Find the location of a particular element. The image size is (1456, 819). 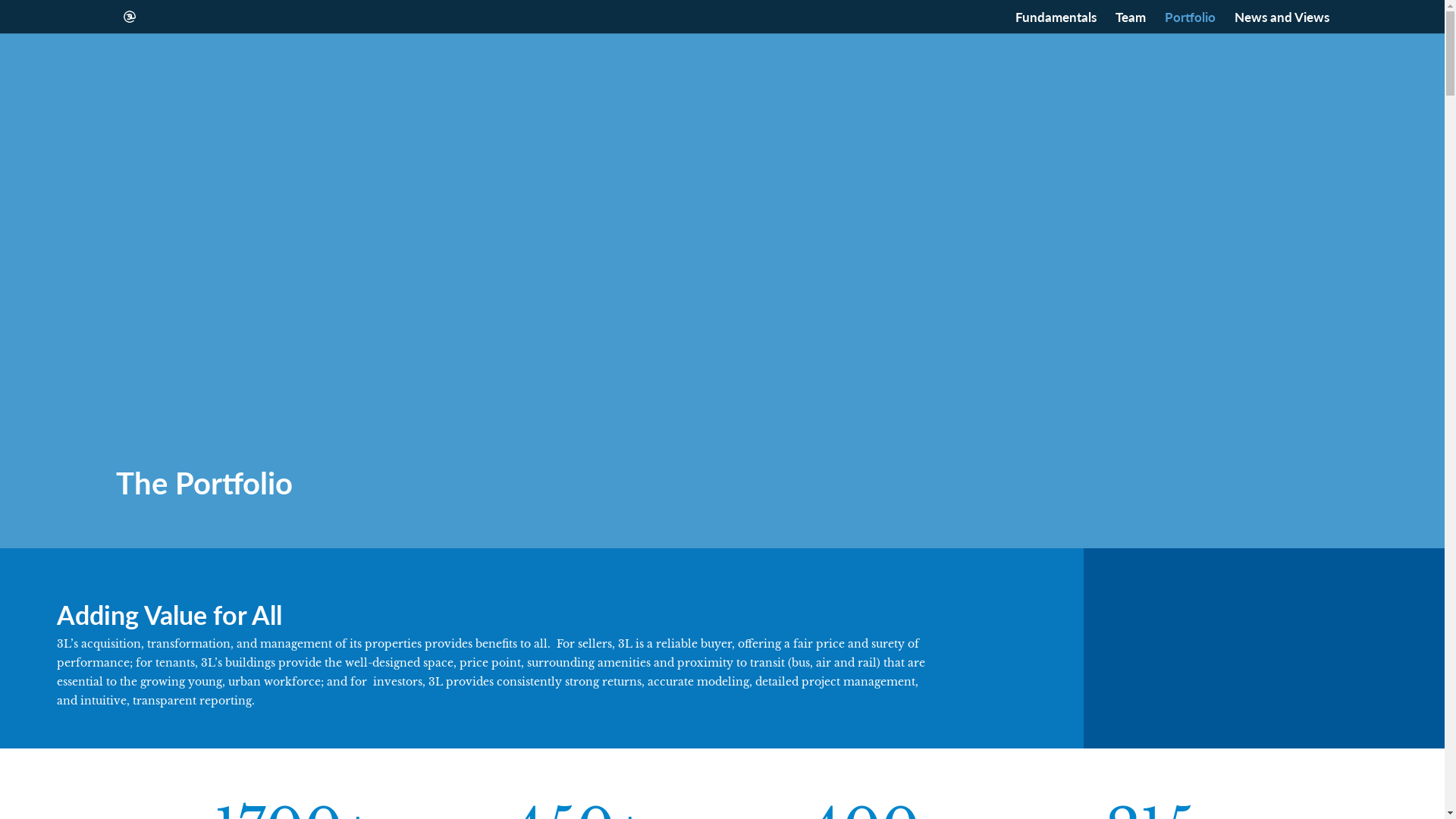

'News and Views' is located at coordinates (1234, 22).